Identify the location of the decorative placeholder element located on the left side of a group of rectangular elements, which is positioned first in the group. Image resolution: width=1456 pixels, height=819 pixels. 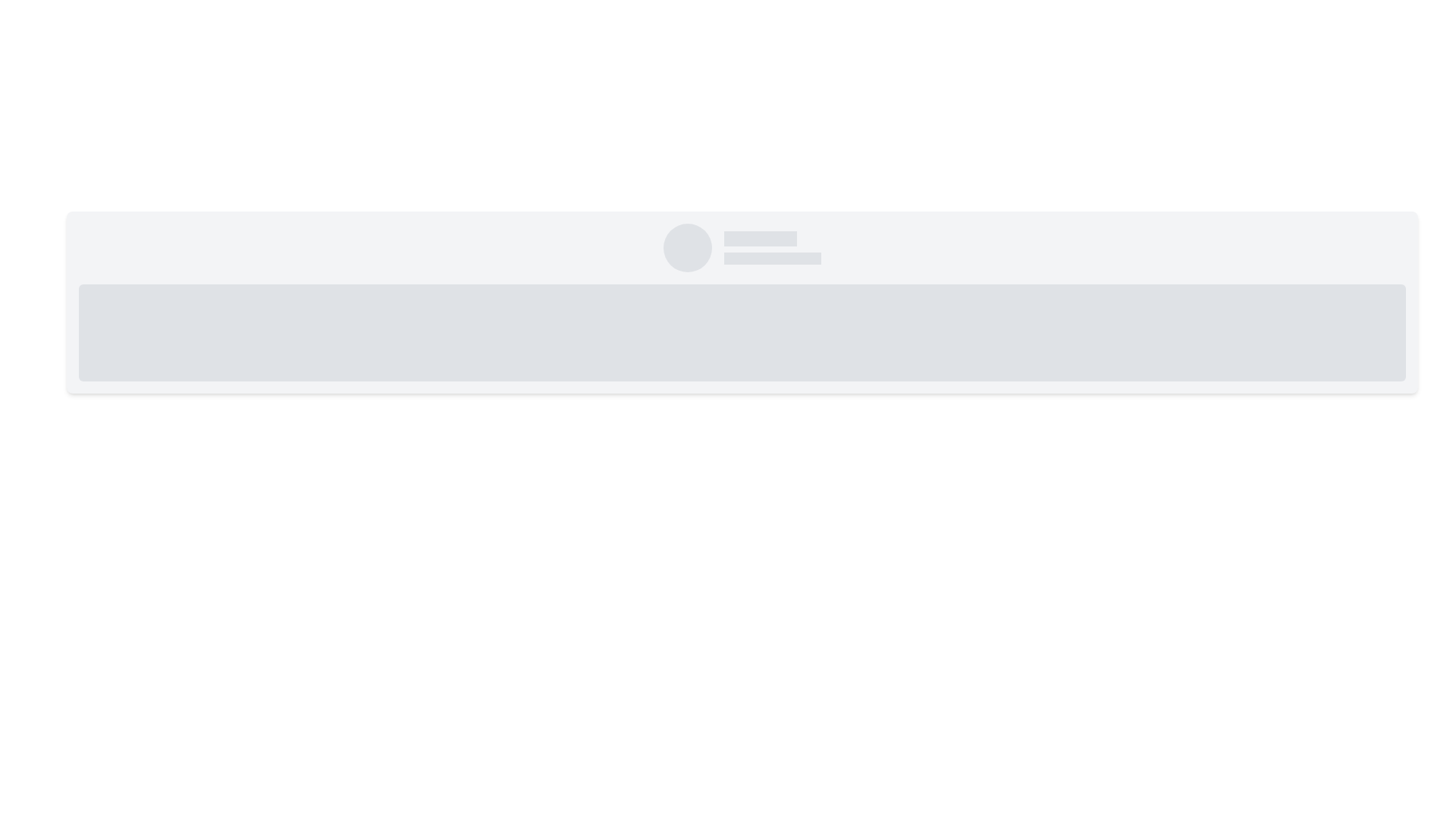
(687, 247).